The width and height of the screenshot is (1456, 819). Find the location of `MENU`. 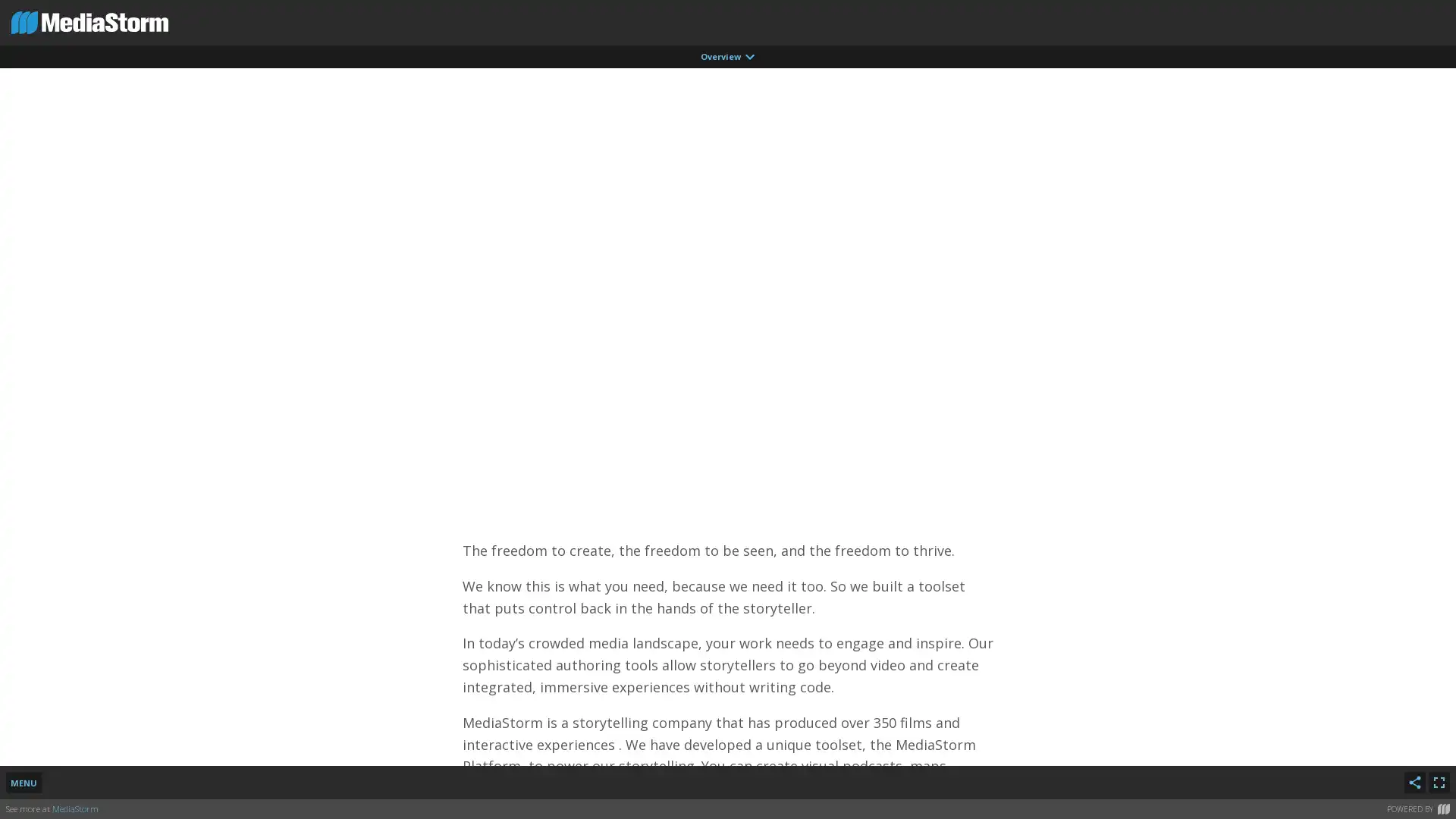

MENU is located at coordinates (27, 783).